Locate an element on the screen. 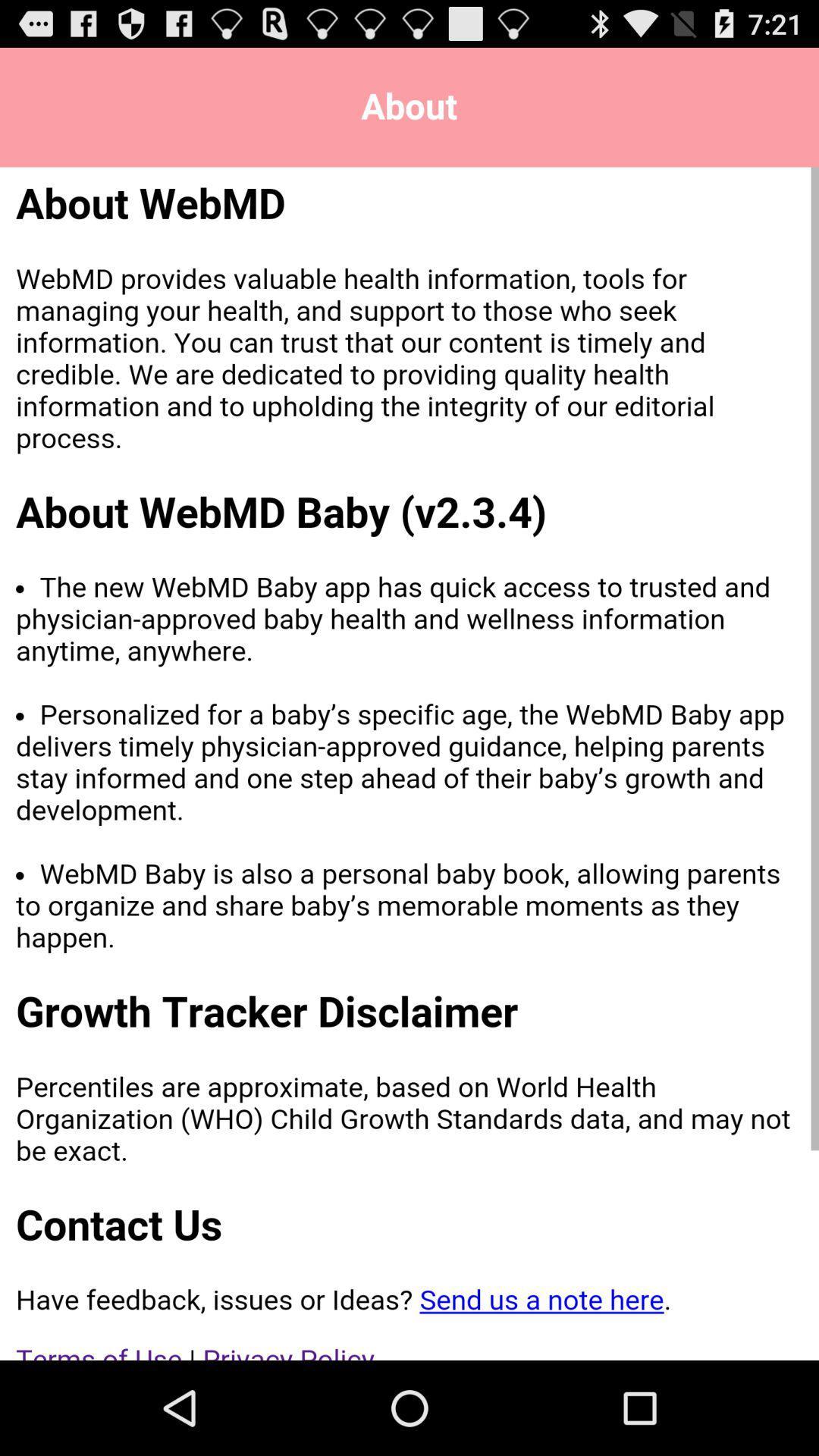 Image resolution: width=819 pixels, height=1456 pixels. about and contact is located at coordinates (409, 764).